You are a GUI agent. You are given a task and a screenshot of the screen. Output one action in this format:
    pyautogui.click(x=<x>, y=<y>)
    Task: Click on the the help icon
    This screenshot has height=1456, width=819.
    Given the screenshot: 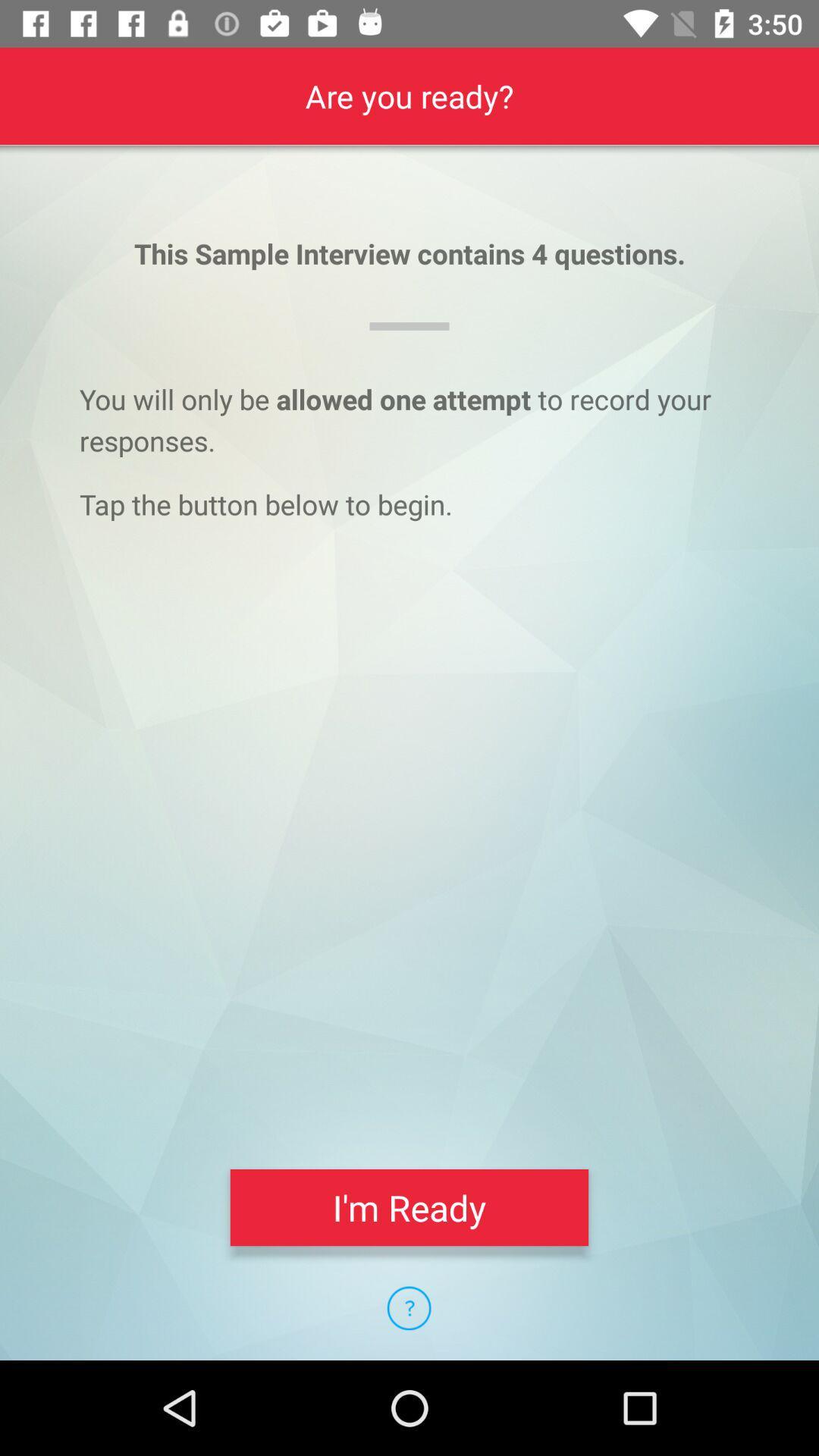 What is the action you would take?
    pyautogui.click(x=408, y=1307)
    